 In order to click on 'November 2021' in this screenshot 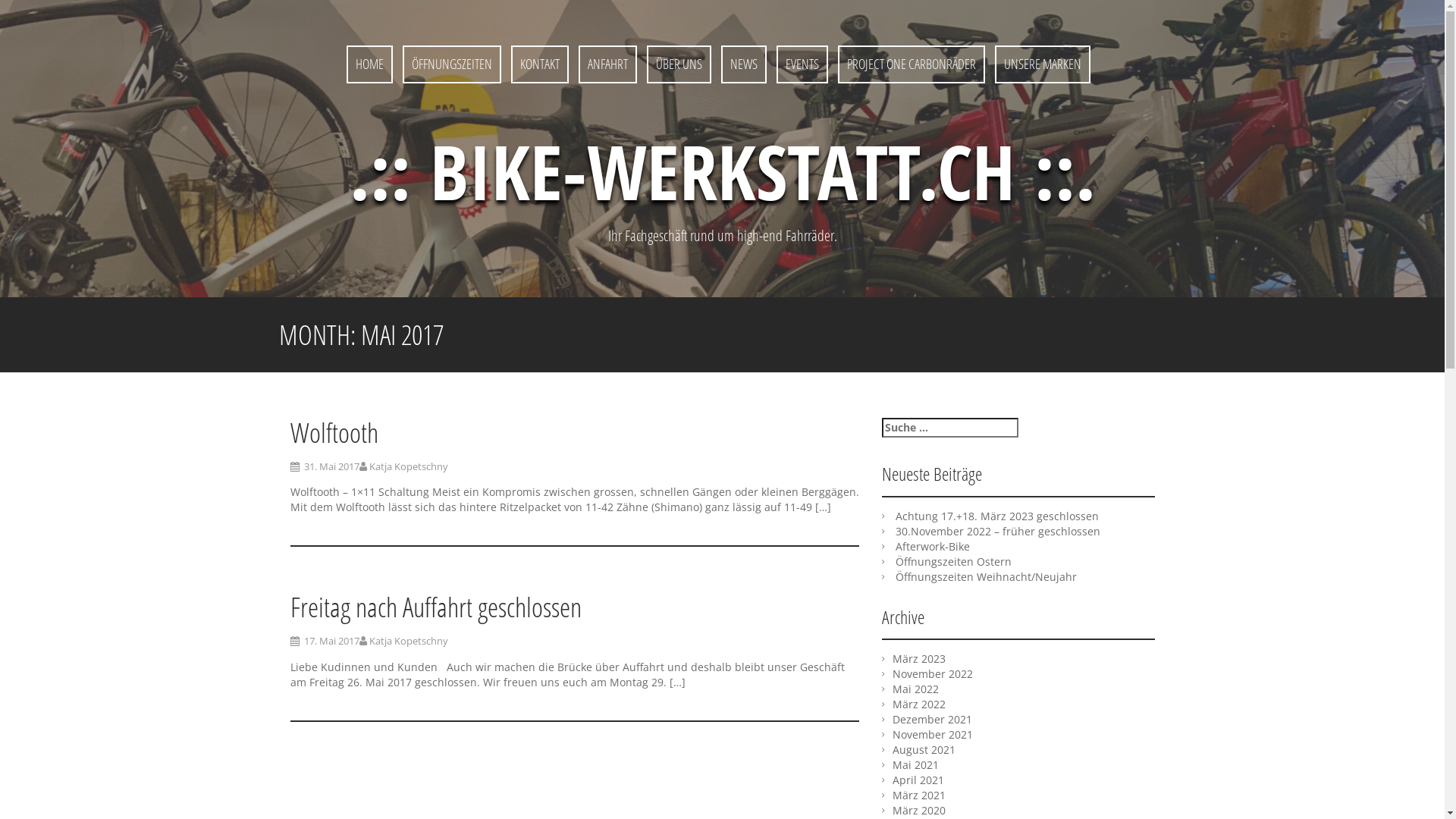, I will do `click(930, 733)`.